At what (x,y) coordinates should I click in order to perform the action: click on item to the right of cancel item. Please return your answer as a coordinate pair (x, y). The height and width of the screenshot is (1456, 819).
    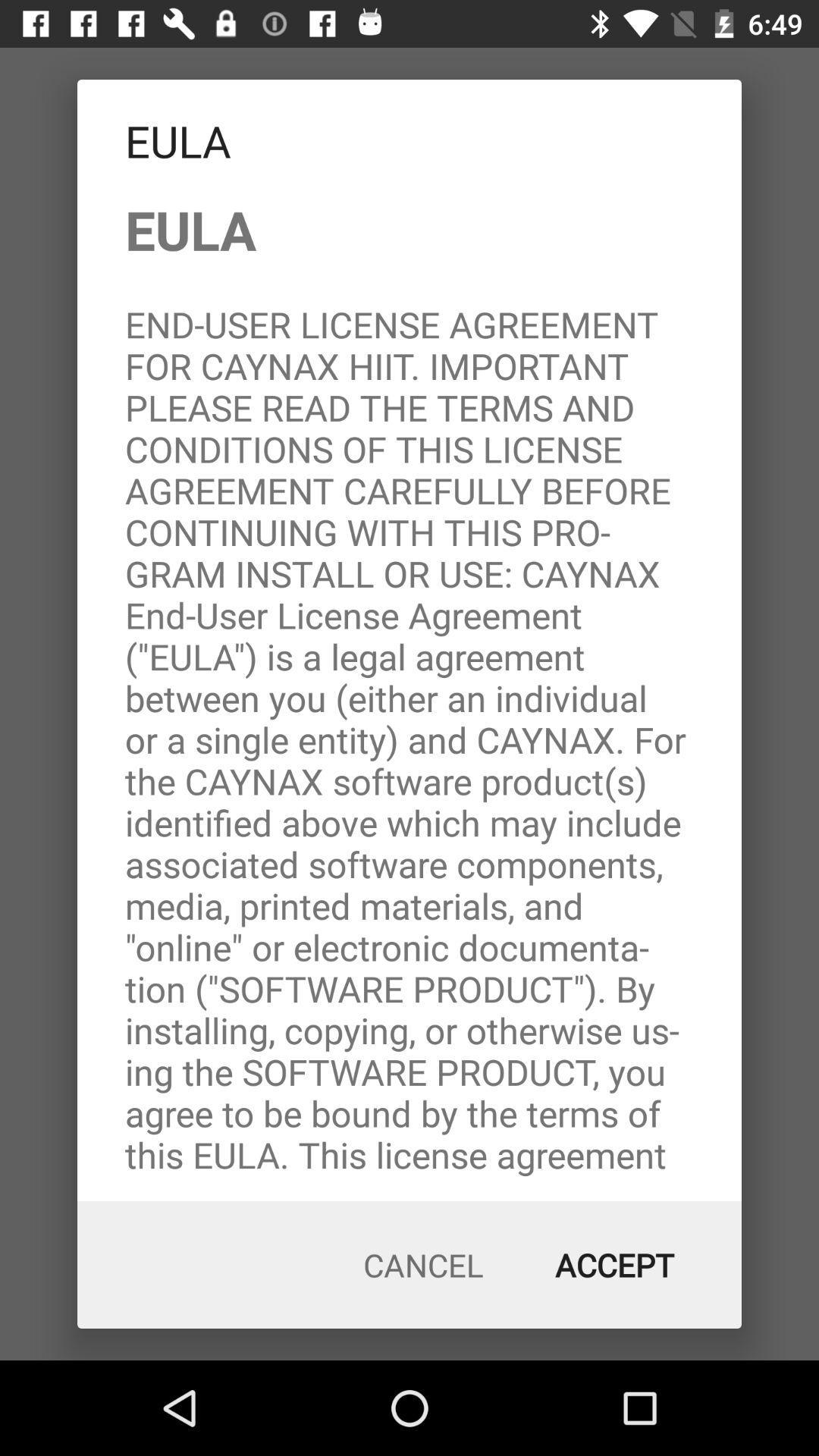
    Looking at the image, I should click on (614, 1265).